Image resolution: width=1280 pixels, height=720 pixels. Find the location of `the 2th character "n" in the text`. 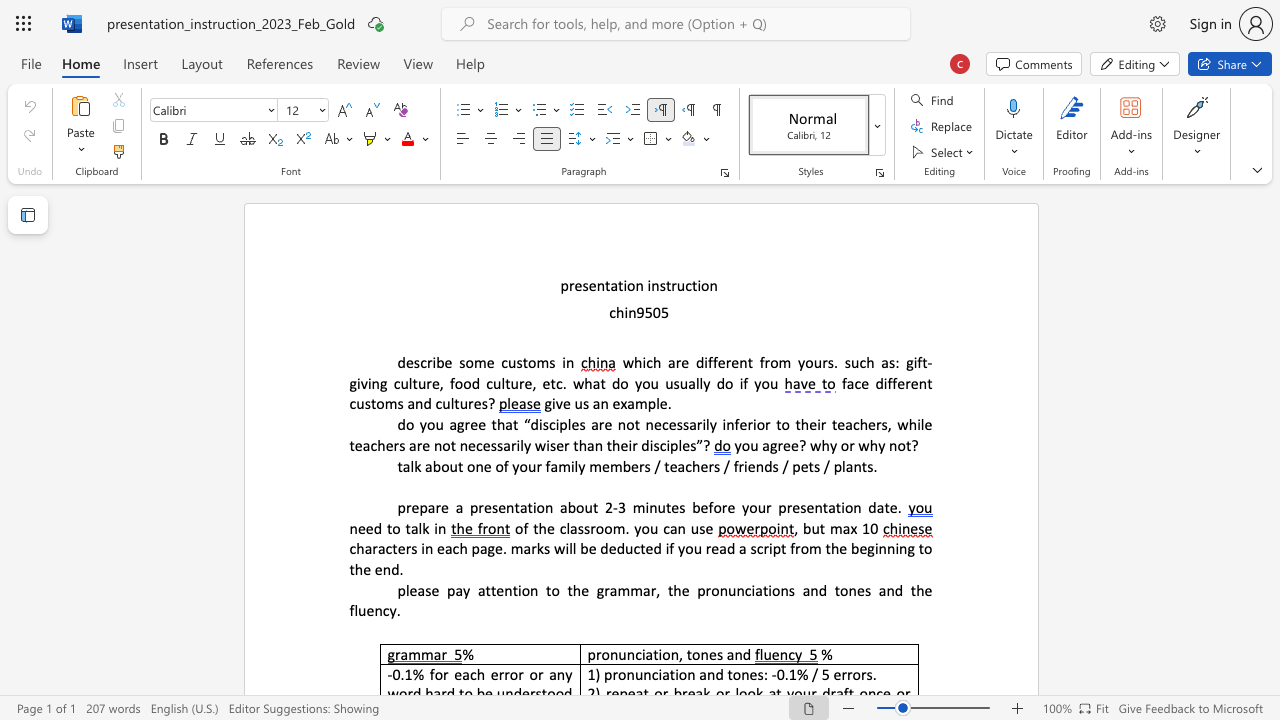

the 2th character "n" in the text is located at coordinates (629, 654).